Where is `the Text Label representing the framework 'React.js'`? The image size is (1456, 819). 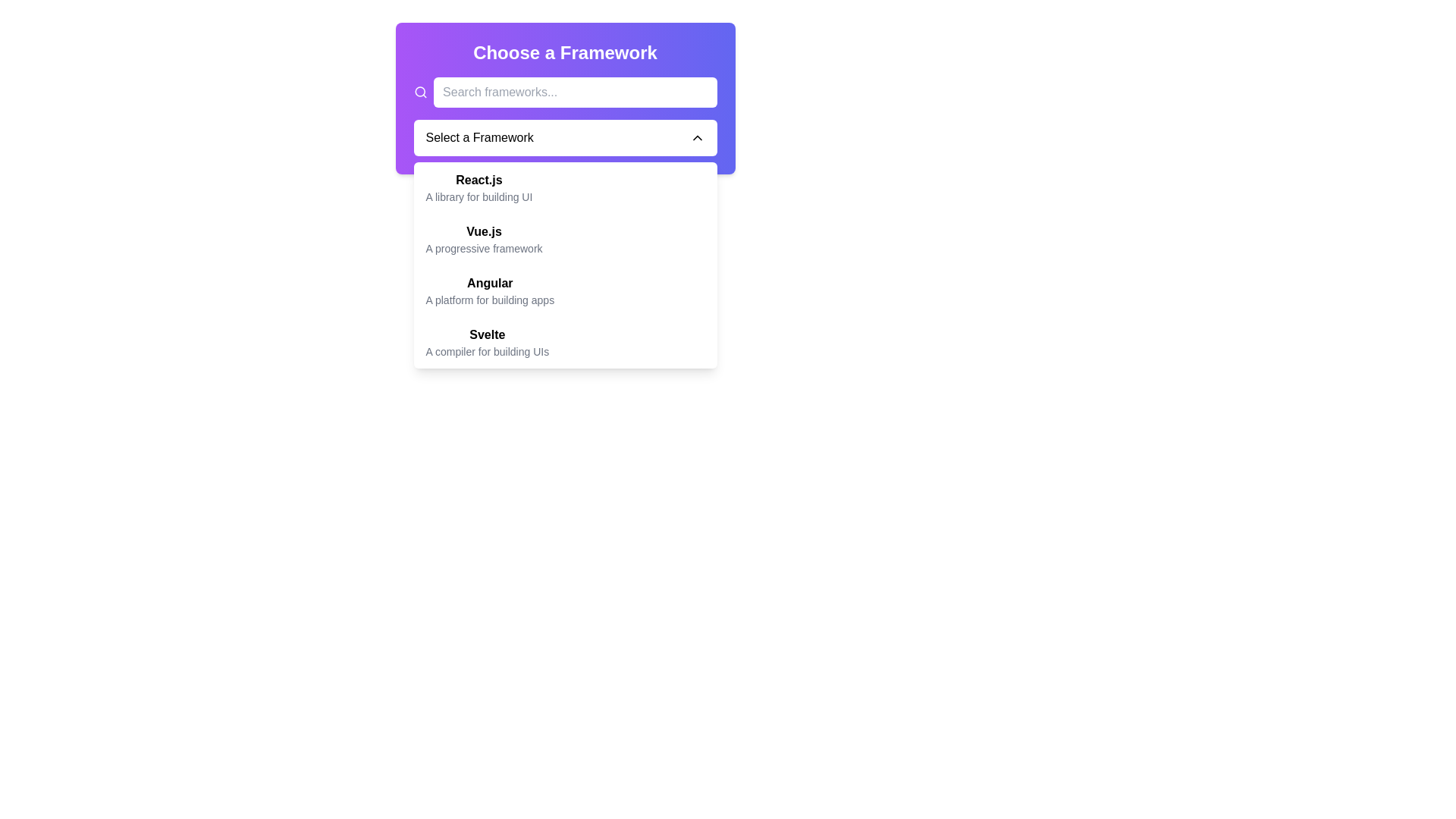
the Text Label representing the framework 'React.js' is located at coordinates (478, 179).